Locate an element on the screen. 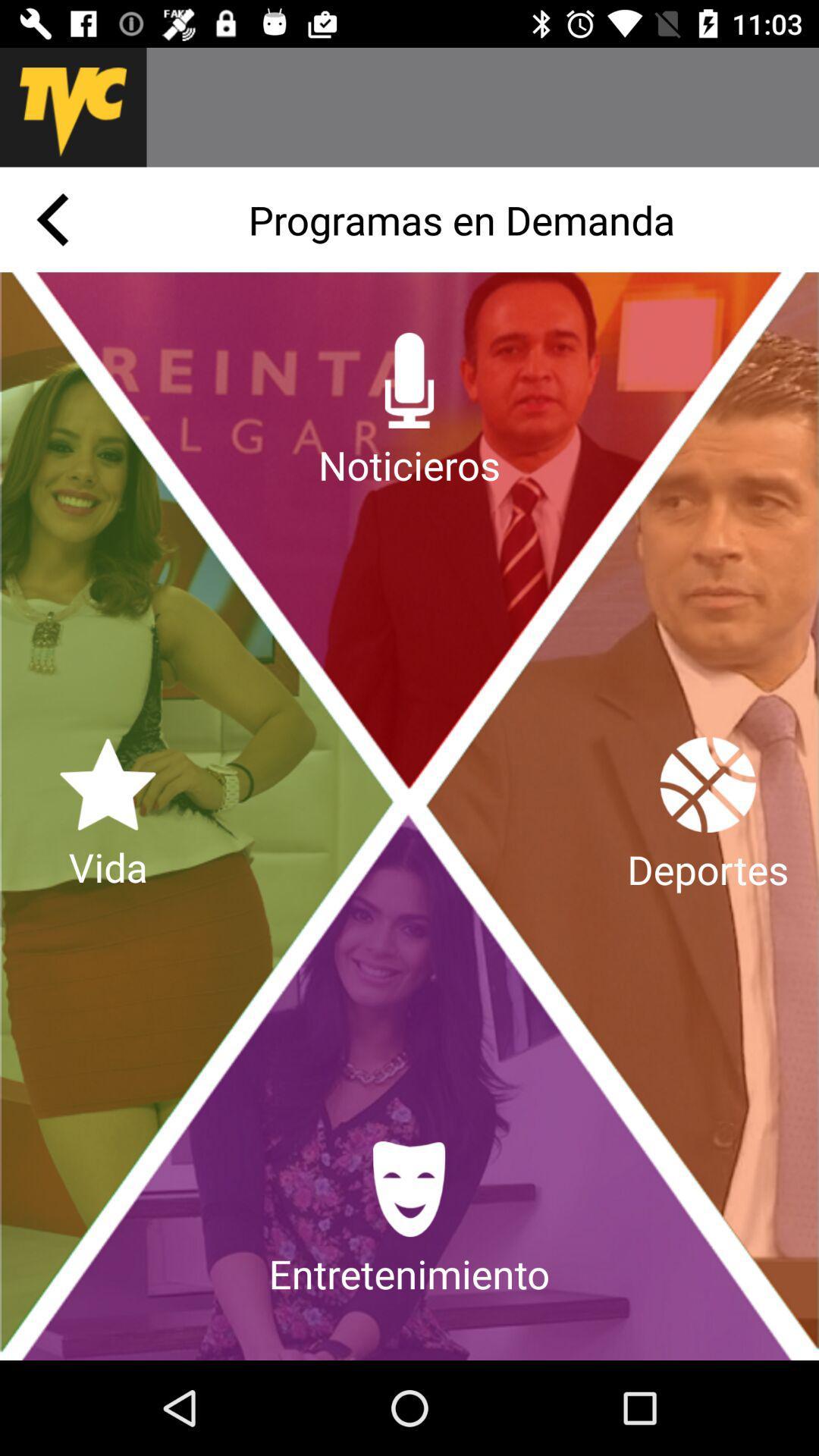 This screenshot has width=819, height=1456. the app on the left is located at coordinates (107, 815).